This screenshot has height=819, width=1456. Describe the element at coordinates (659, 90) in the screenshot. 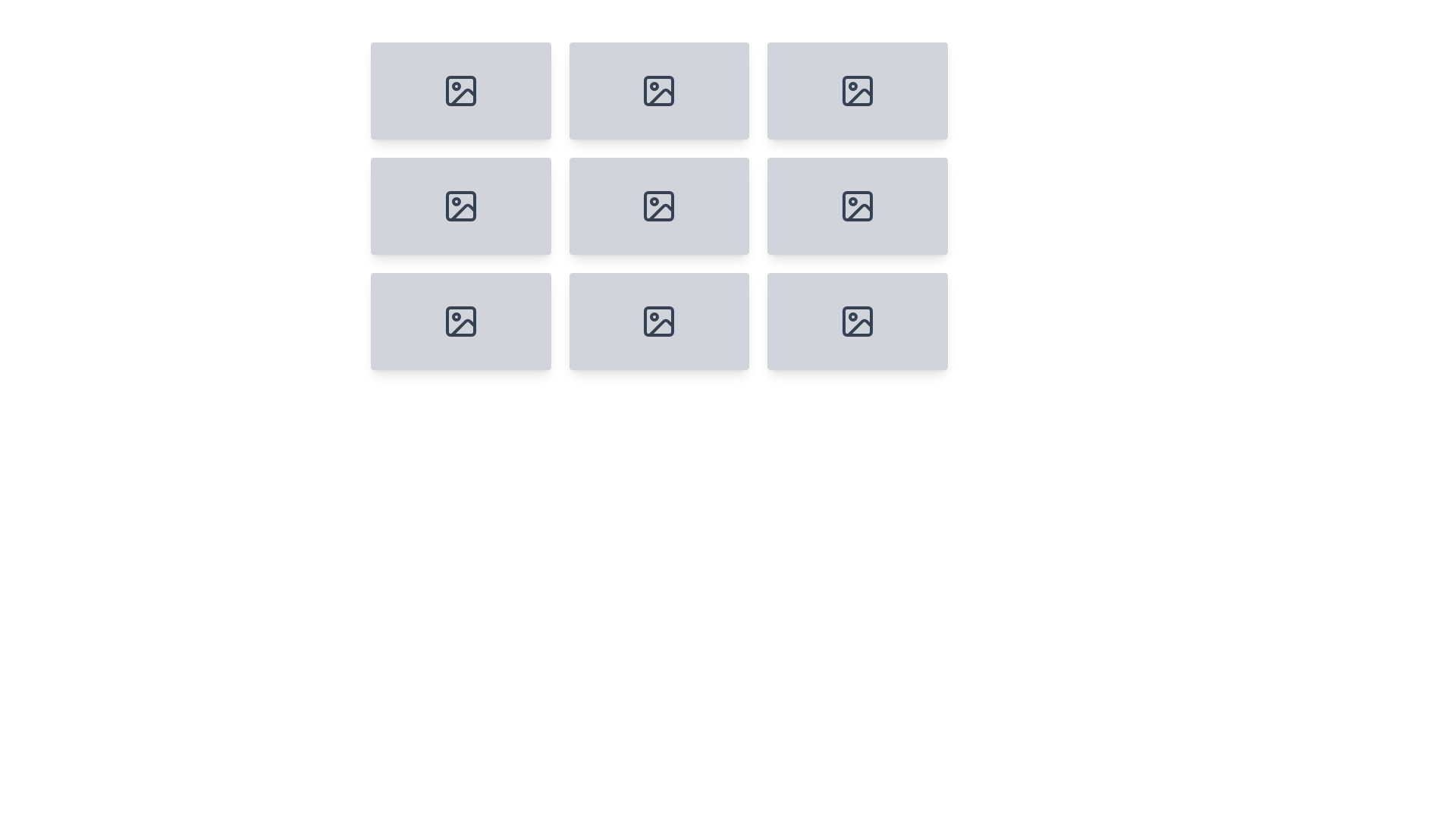

I see `the SVG Icon that represents an image placeholder, located at the center of the second card in the top row of a grid layout` at that location.